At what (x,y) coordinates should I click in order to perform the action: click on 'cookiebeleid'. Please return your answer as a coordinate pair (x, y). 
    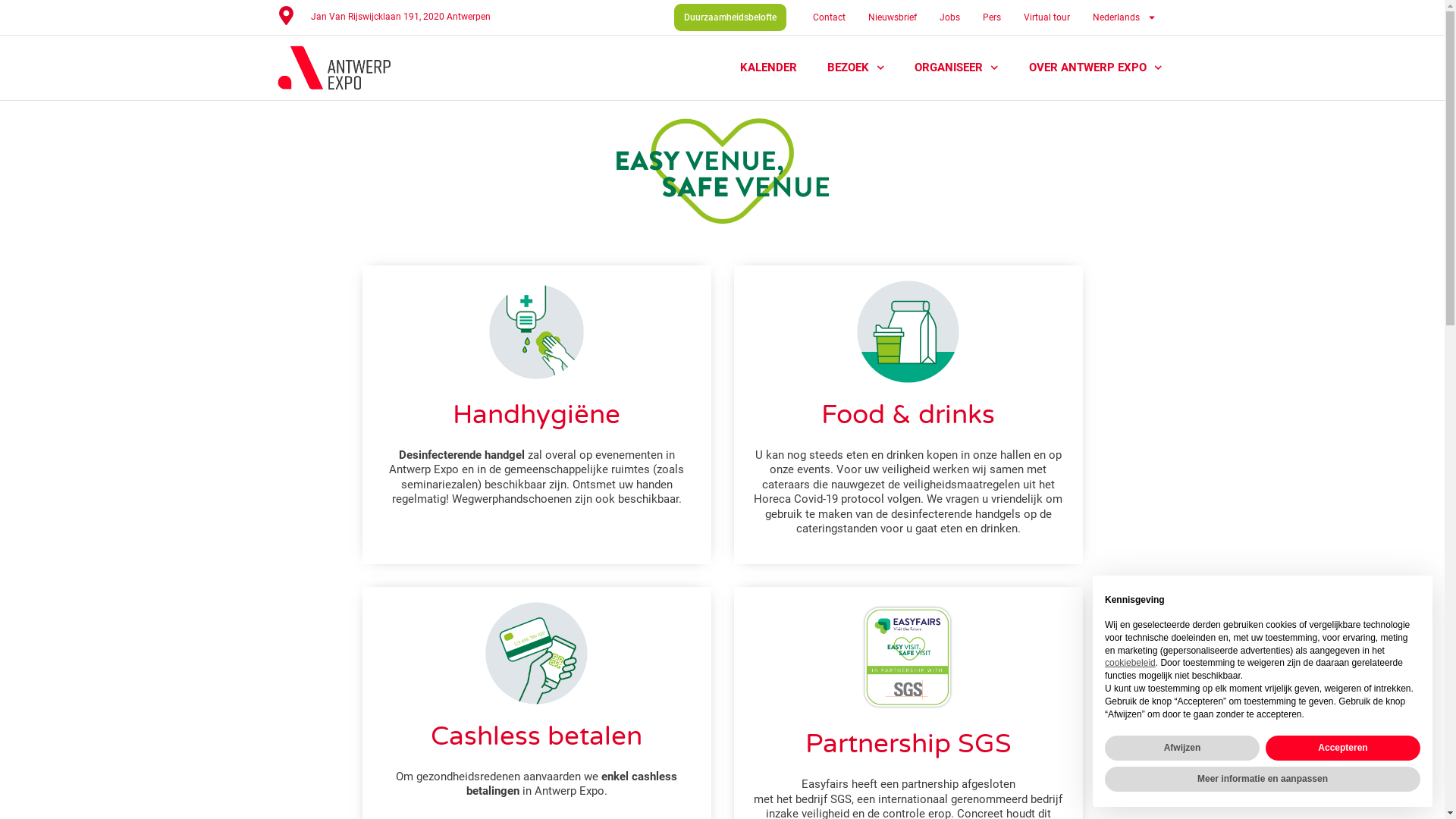
    Looking at the image, I should click on (1130, 662).